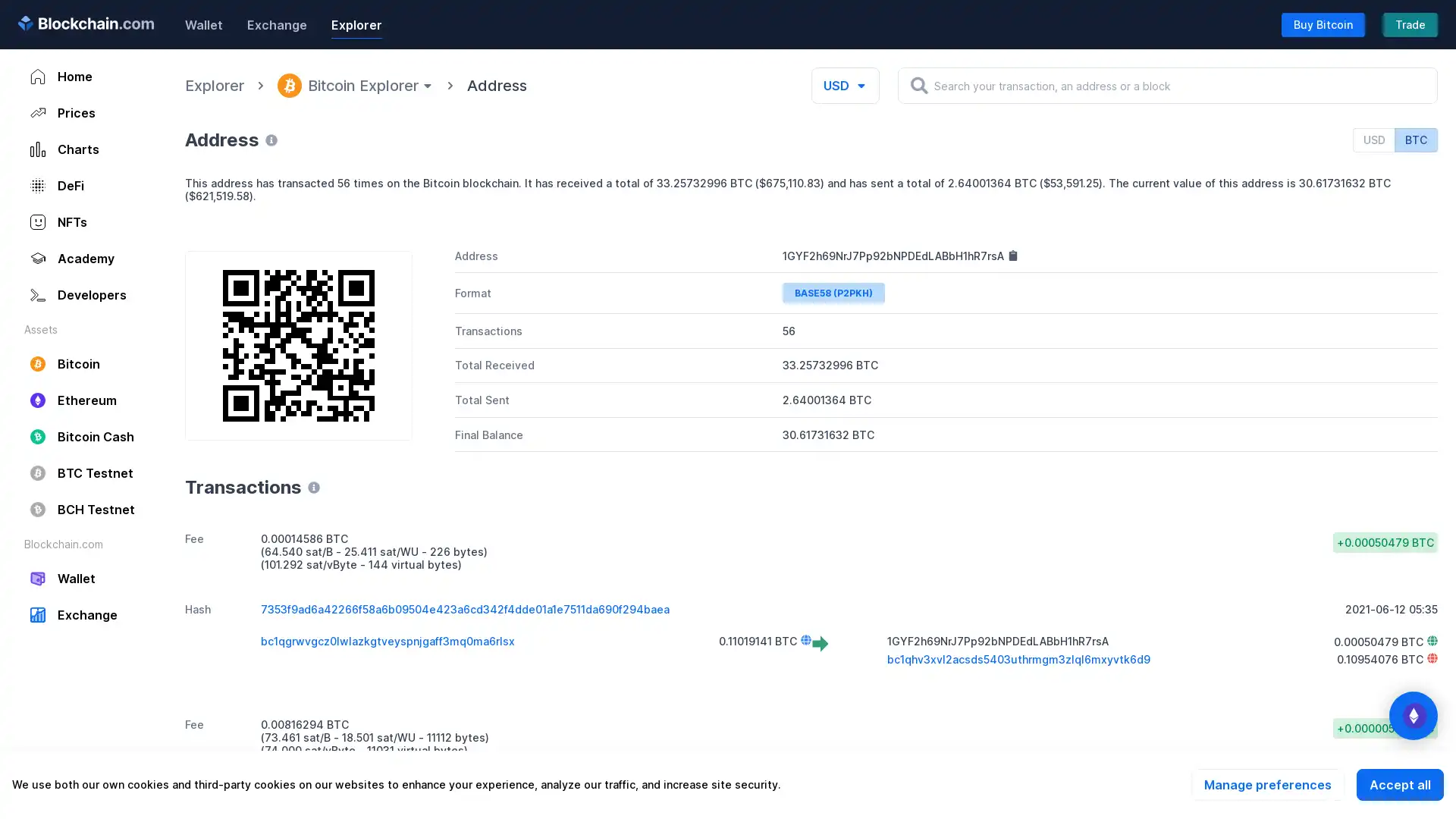 The image size is (1456, 819). I want to click on Buy Bitcoin, so click(1323, 24).